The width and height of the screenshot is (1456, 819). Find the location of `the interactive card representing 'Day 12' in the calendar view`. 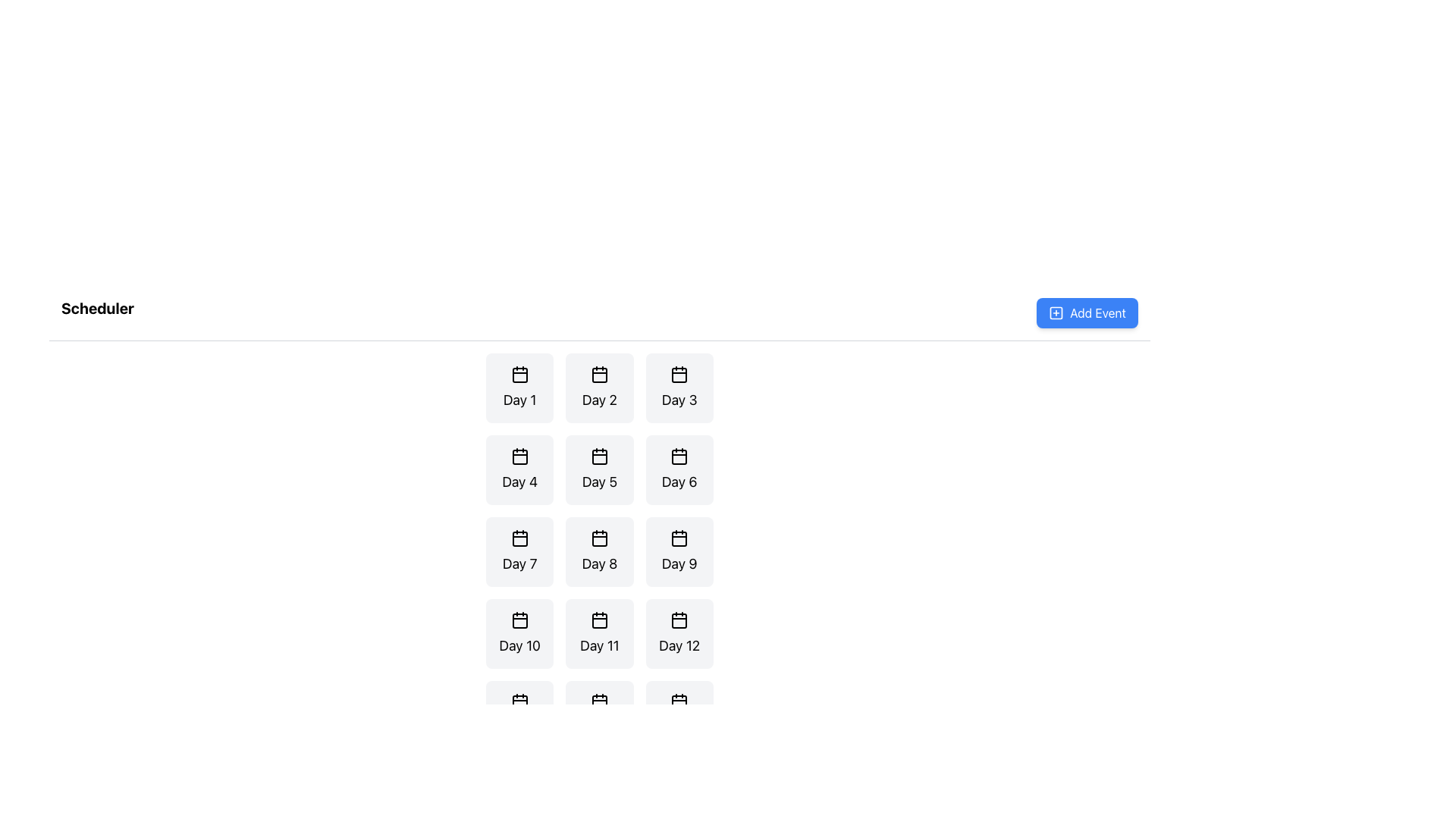

the interactive card representing 'Day 12' in the calendar view is located at coordinates (679, 634).